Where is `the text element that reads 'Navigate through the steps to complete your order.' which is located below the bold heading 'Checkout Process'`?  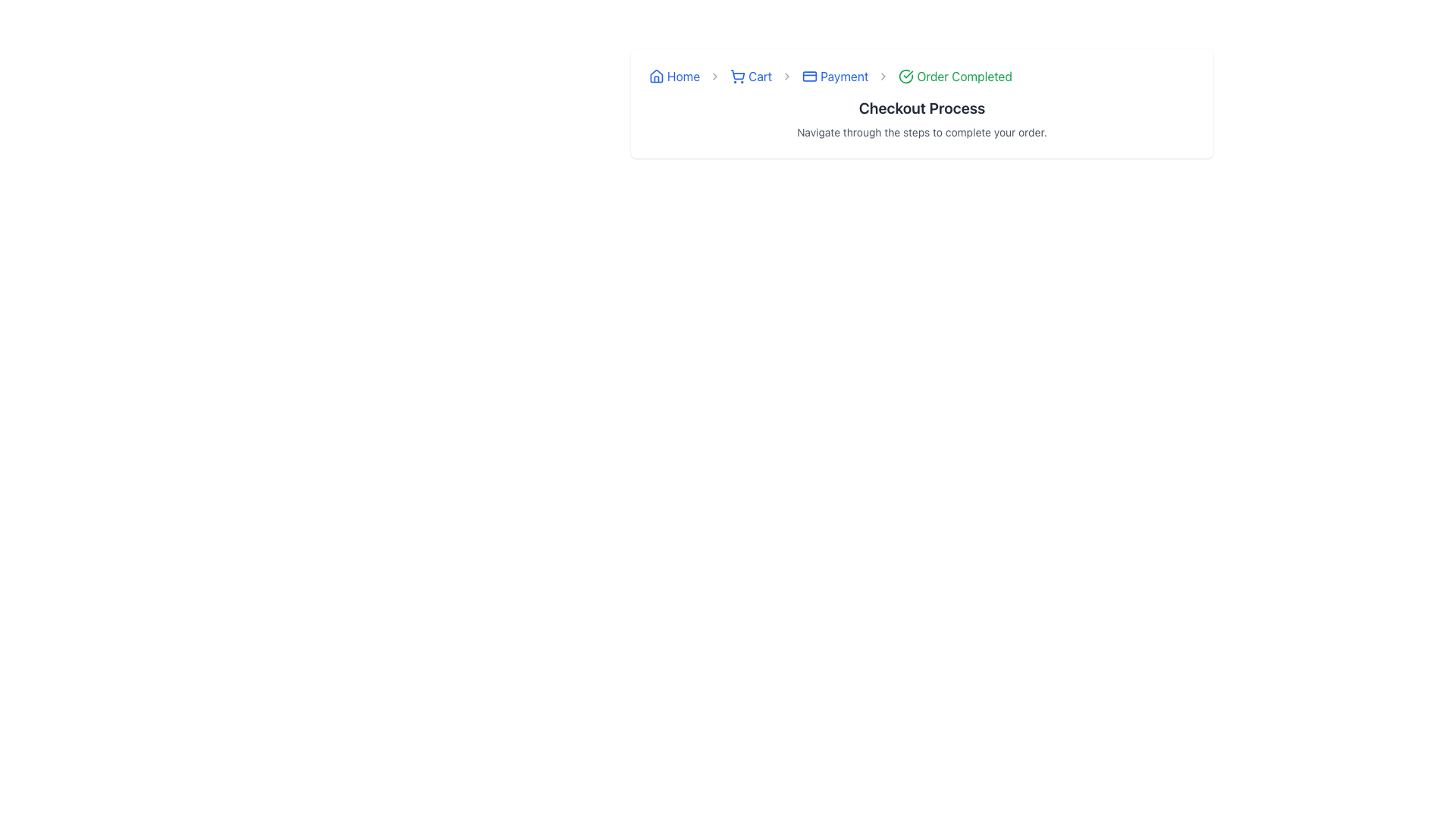
the text element that reads 'Navigate through the steps to complete your order.' which is located below the bold heading 'Checkout Process' is located at coordinates (921, 131).